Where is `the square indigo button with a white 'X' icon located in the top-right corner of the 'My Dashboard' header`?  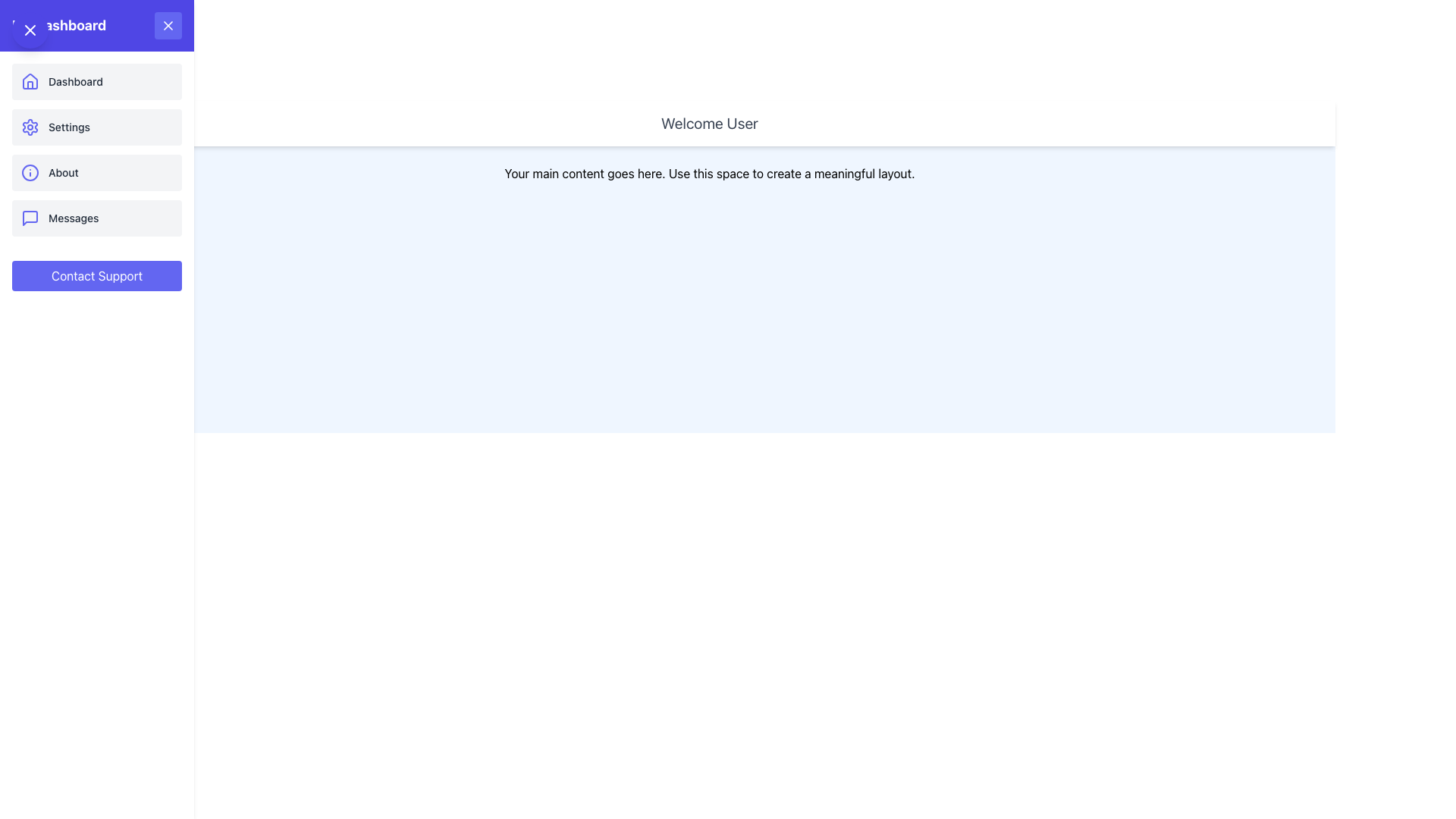 the square indigo button with a white 'X' icon located in the top-right corner of the 'My Dashboard' header is located at coordinates (168, 26).